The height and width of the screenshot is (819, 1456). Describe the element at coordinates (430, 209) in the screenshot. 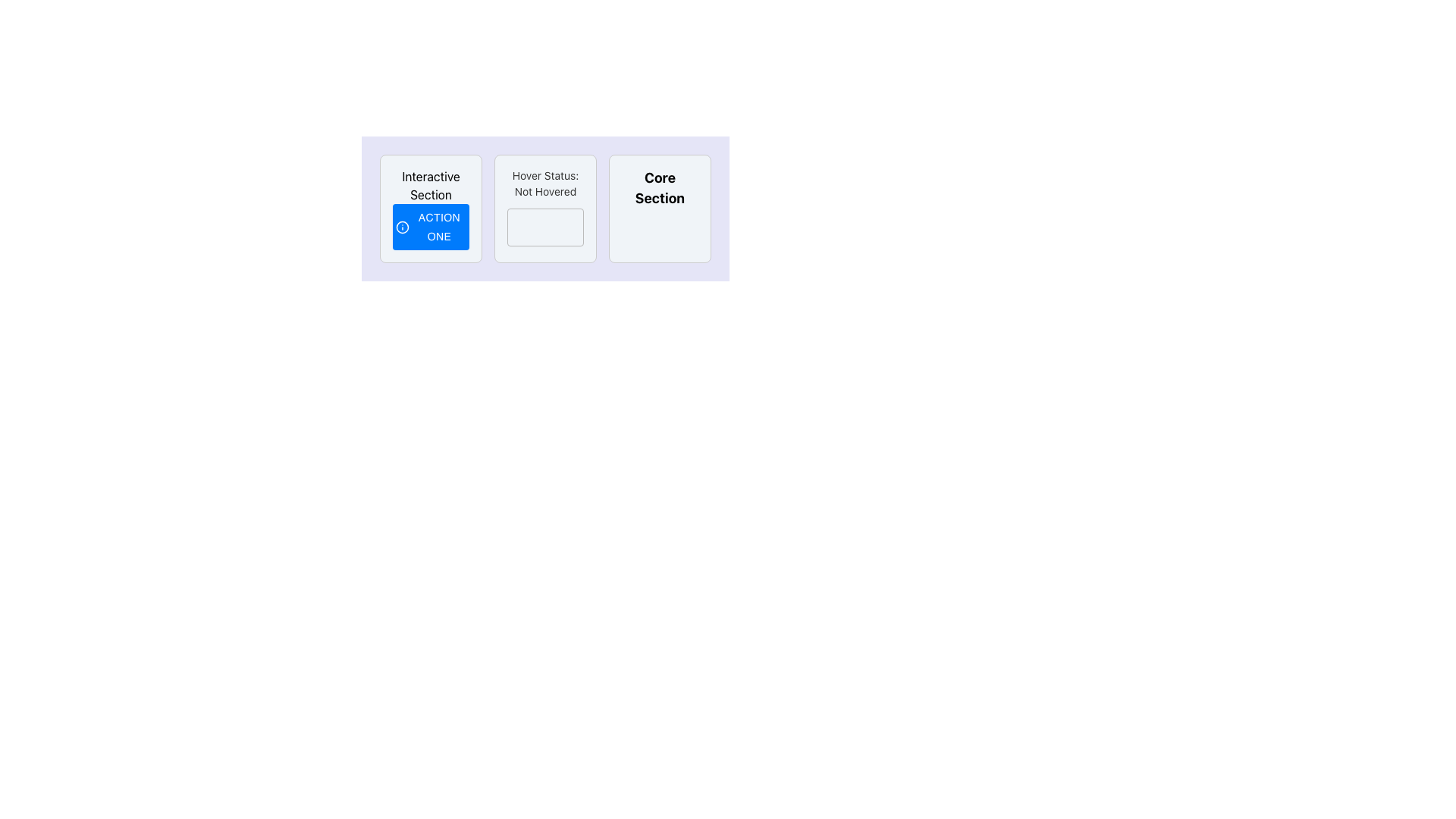

I see `the 'Action One' button located on the leftmost card in the grid layout for keyboard interaction` at that location.